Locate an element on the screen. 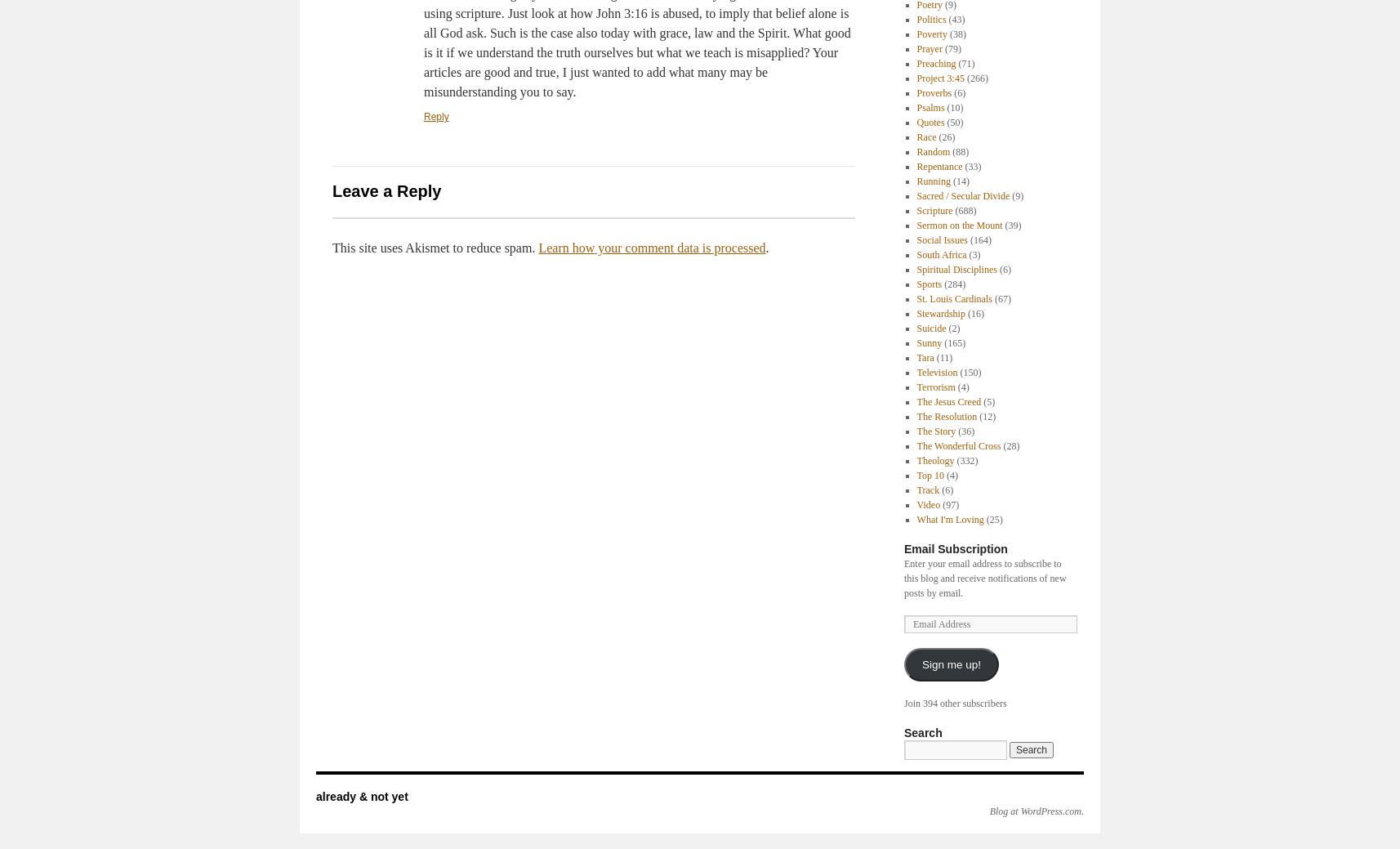 The image size is (1400, 849). 'Stewardship' is located at coordinates (939, 313).